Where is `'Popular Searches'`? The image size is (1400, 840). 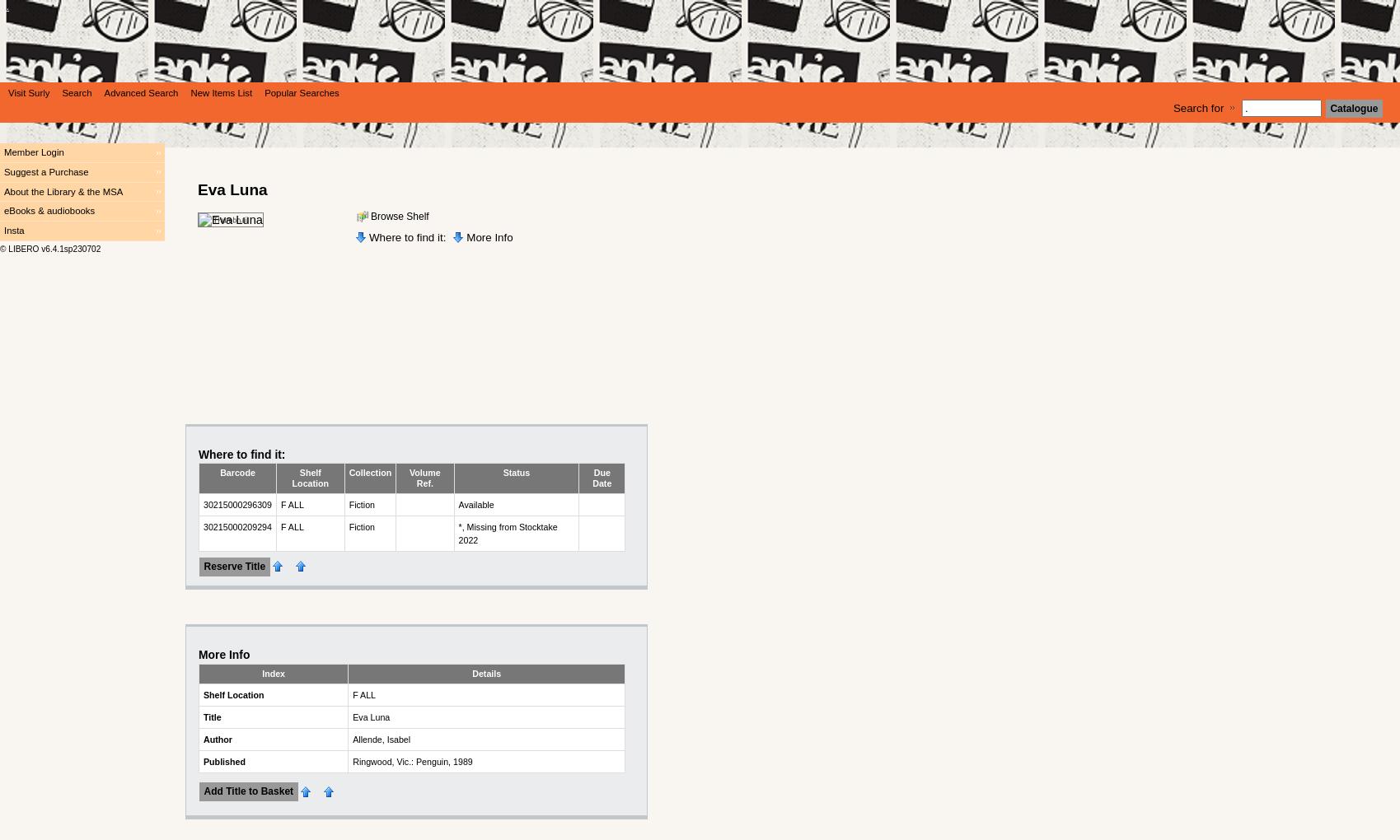
'Popular Searches' is located at coordinates (300, 92).